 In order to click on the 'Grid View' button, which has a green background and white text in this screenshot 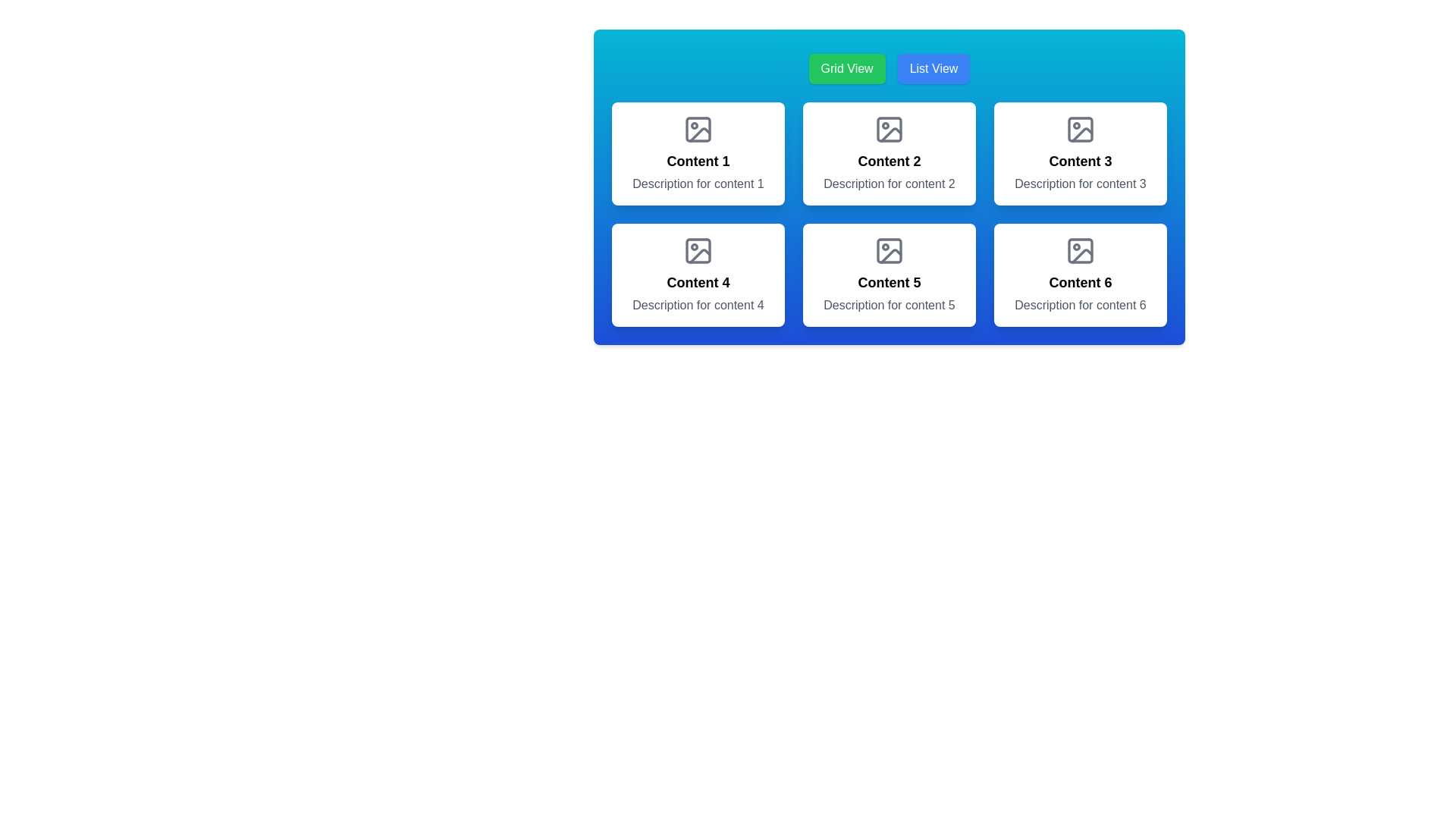, I will do `click(846, 69)`.